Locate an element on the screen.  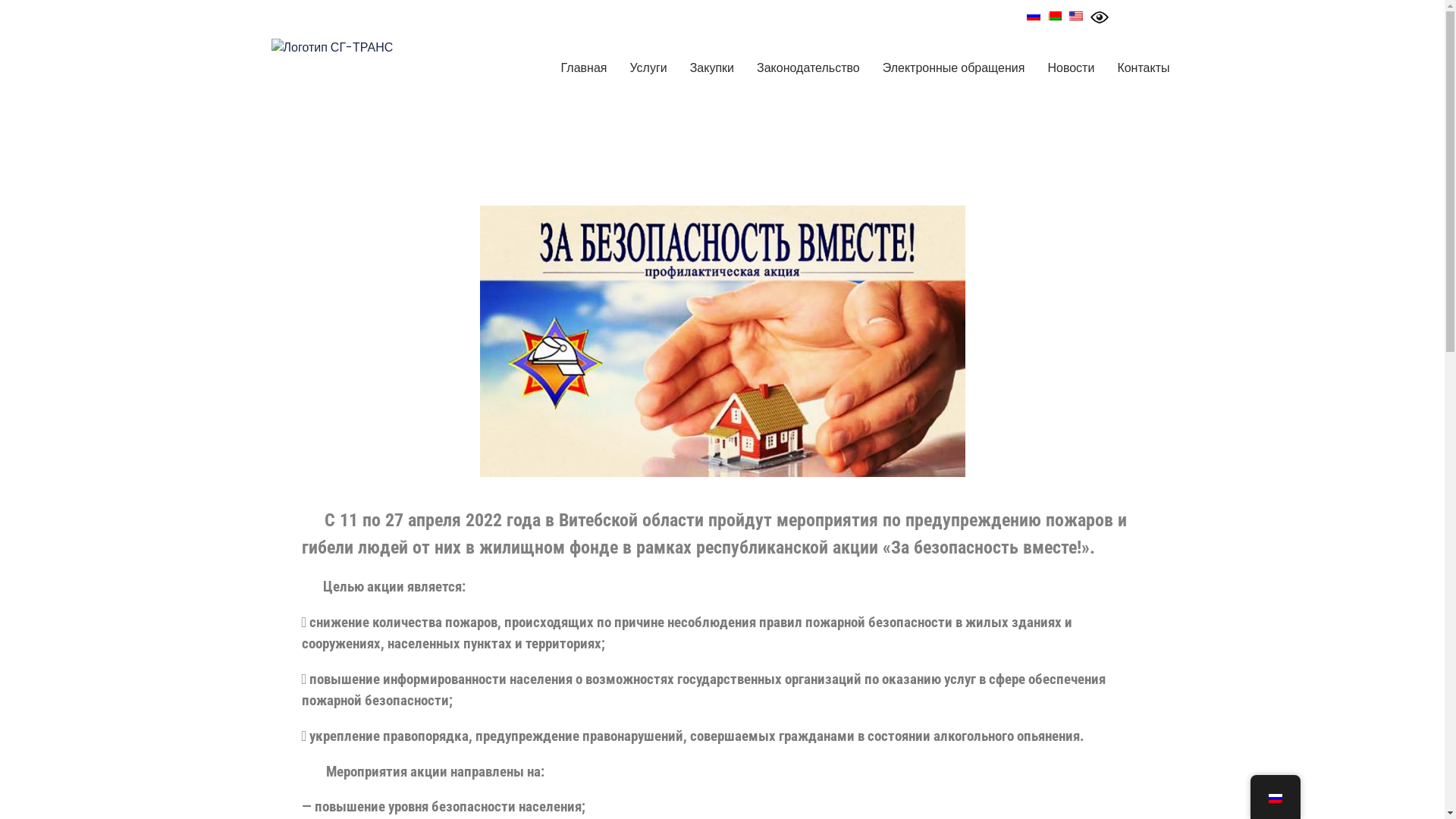
'English' is located at coordinates (1075, 15).